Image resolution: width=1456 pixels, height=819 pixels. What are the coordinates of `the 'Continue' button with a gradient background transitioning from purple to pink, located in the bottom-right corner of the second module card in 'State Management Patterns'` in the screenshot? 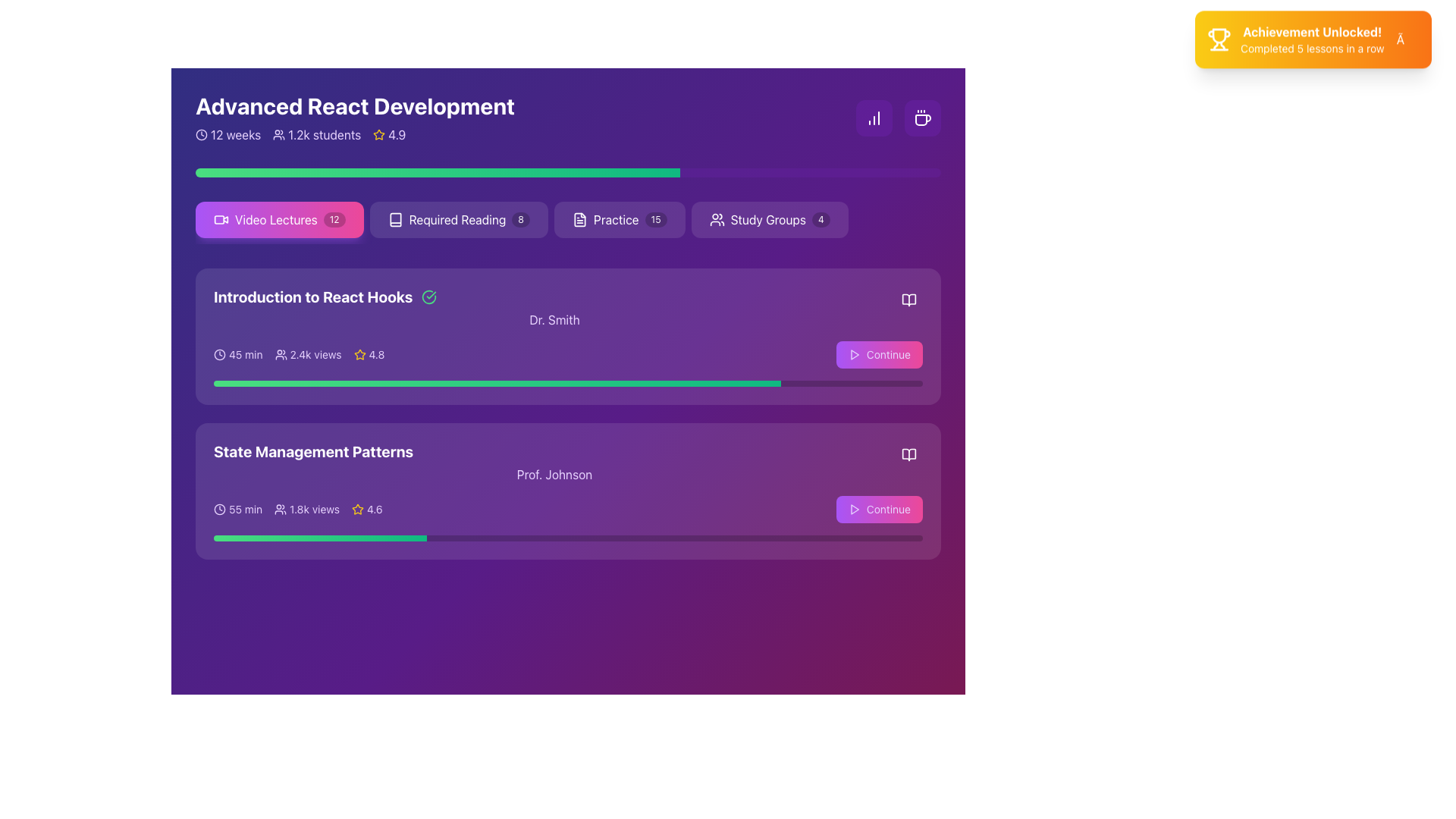 It's located at (879, 509).